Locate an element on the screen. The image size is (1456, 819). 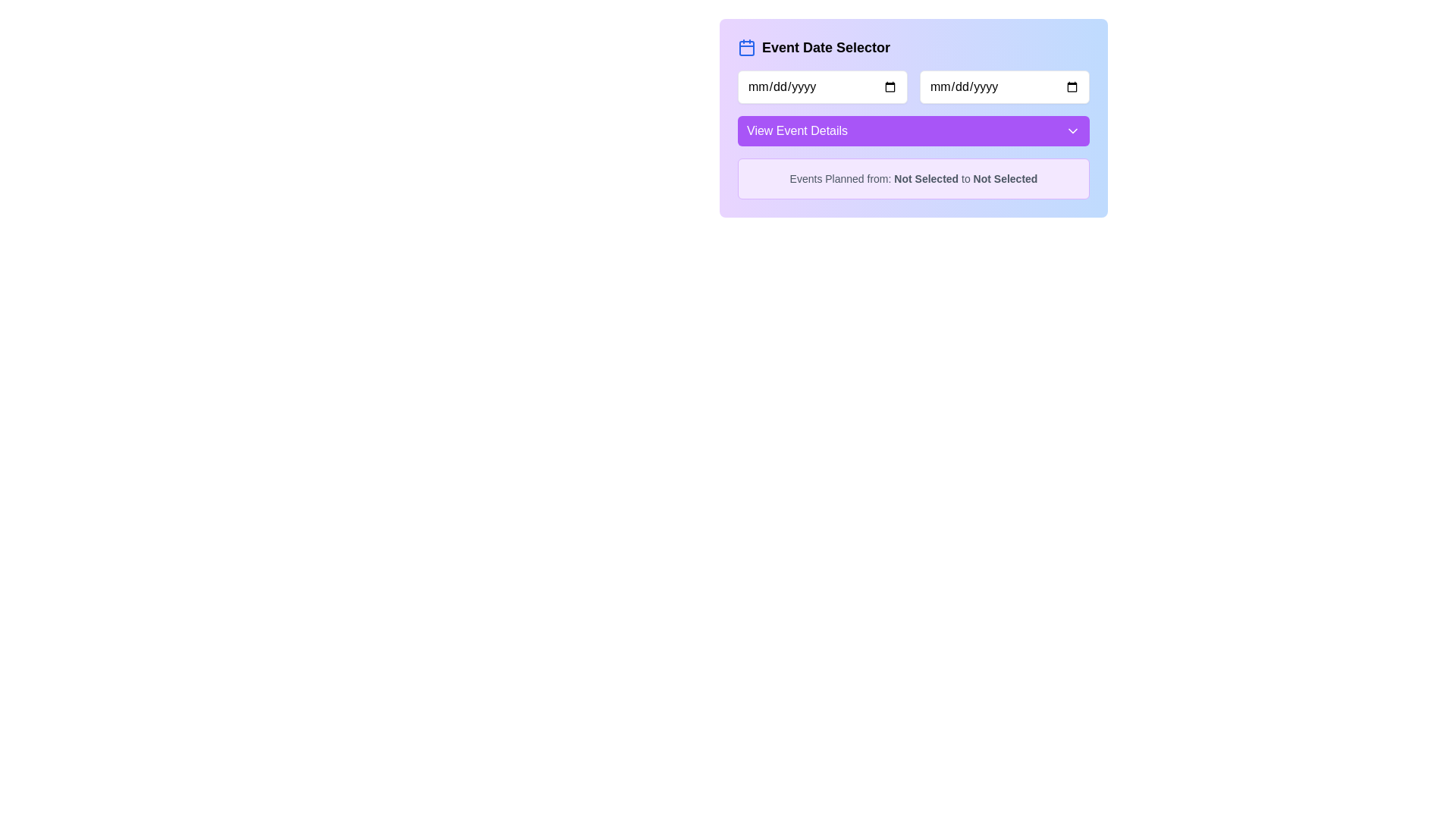
text displayed in the first 'Not Selected' instance of the Text label, which serves as a placeholder indicating no specific data has been chosen yet is located at coordinates (925, 177).